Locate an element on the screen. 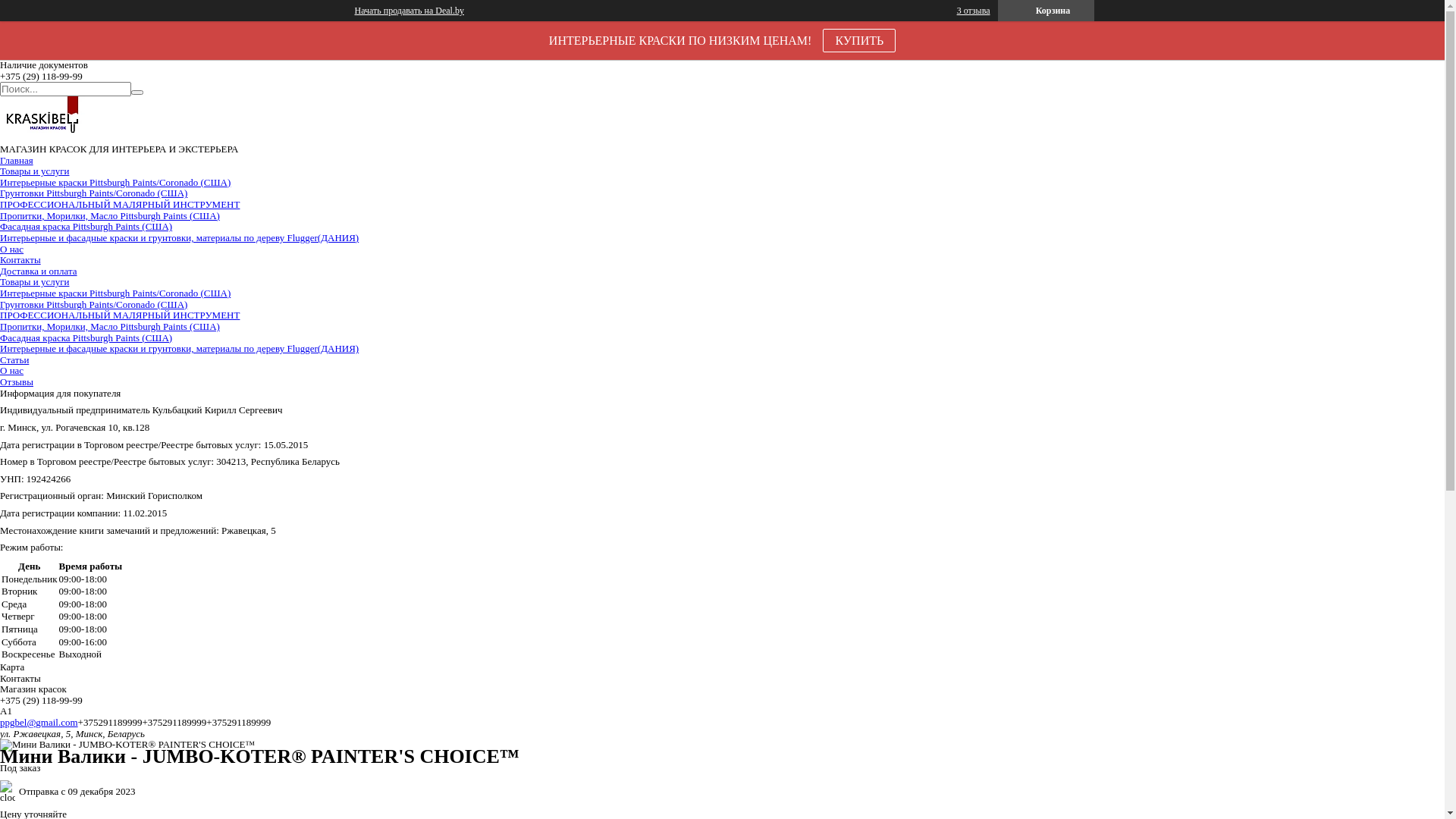 Image resolution: width=1456 pixels, height=819 pixels. 'ppgbel@gmail.com' is located at coordinates (39, 721).